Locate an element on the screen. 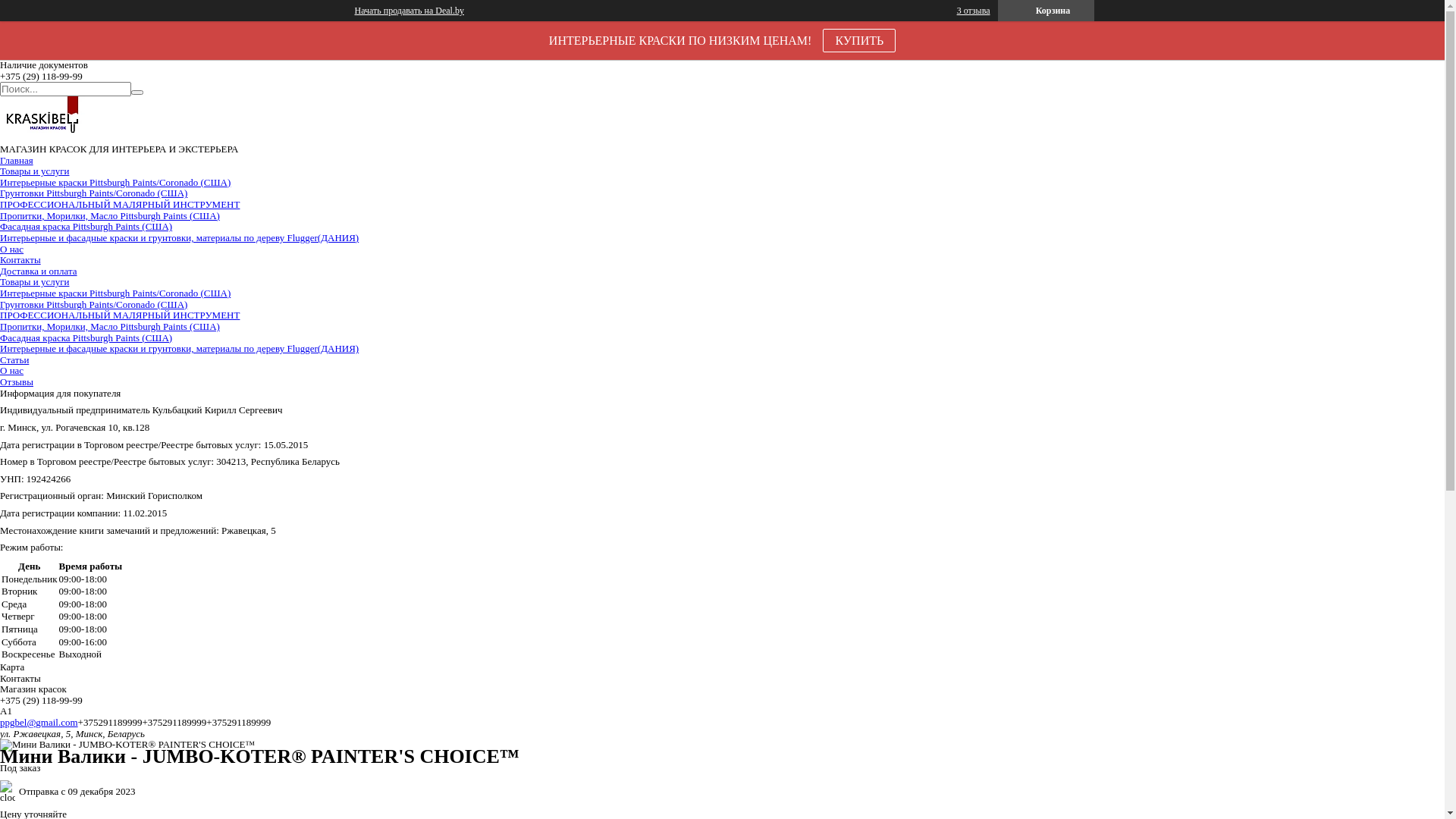 Image resolution: width=1456 pixels, height=819 pixels. 'ppgbel@gmail.com' is located at coordinates (39, 721).